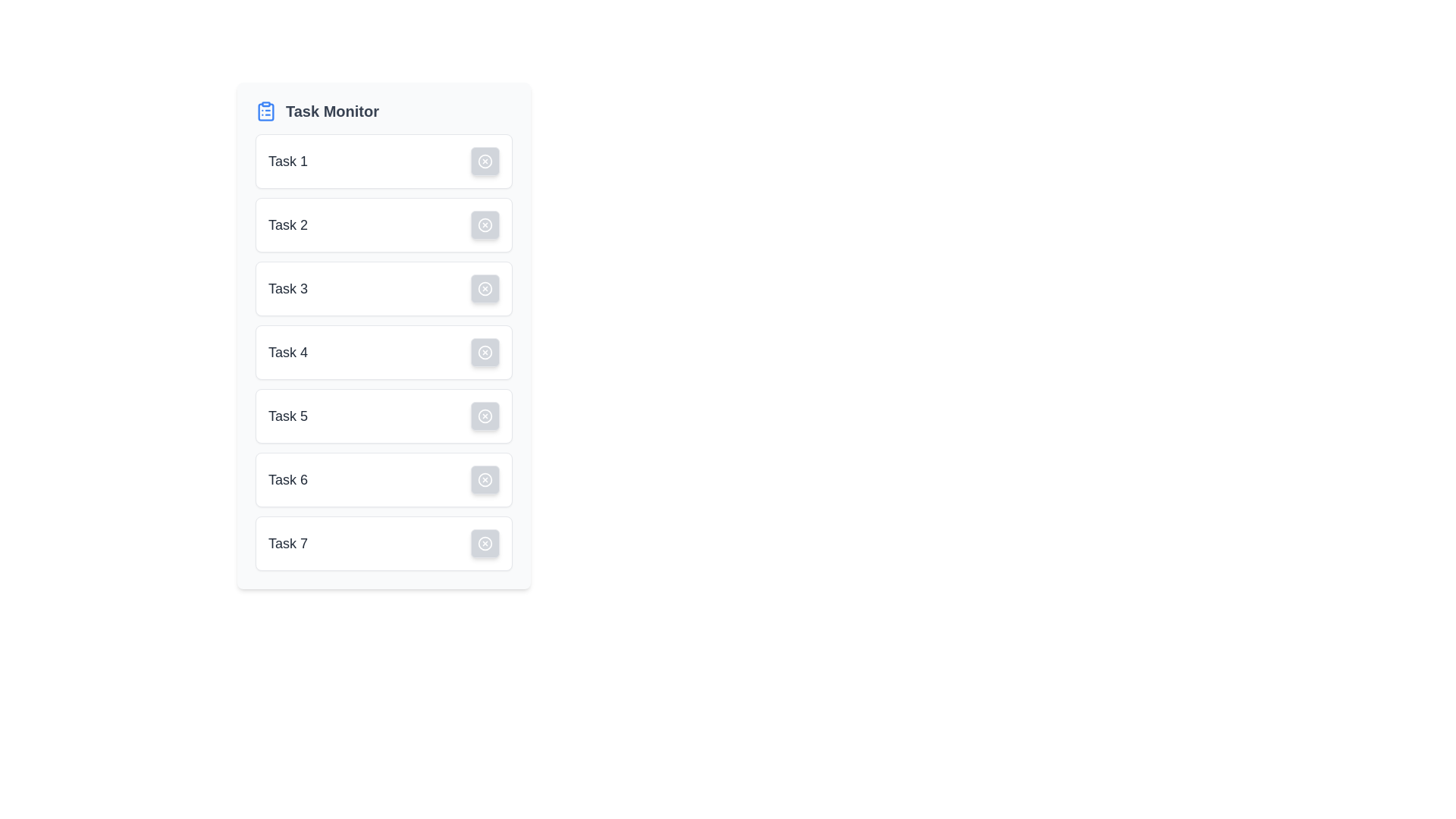 Image resolution: width=1456 pixels, height=819 pixels. What do you see at coordinates (287, 289) in the screenshot?
I see `the static text label displaying the title 'Task 3' in bold, medium-sized font, styled with a dark gray color, located within the third item of a vertical list of task cards` at bounding box center [287, 289].